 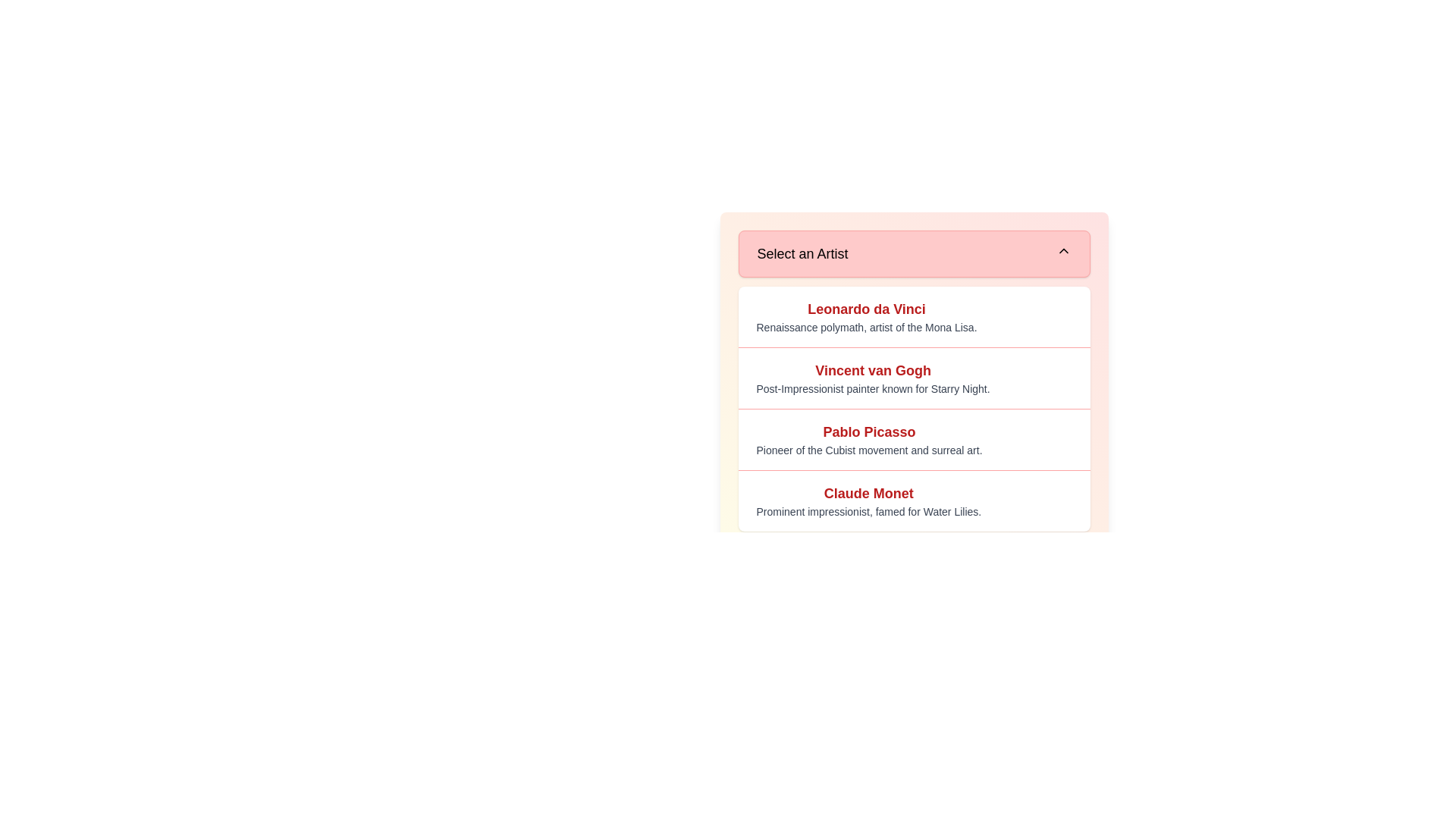 I want to click on descriptive text of the selectable list item for 'Vincent van Gogh', which is the second option in the artist list, so click(x=913, y=377).